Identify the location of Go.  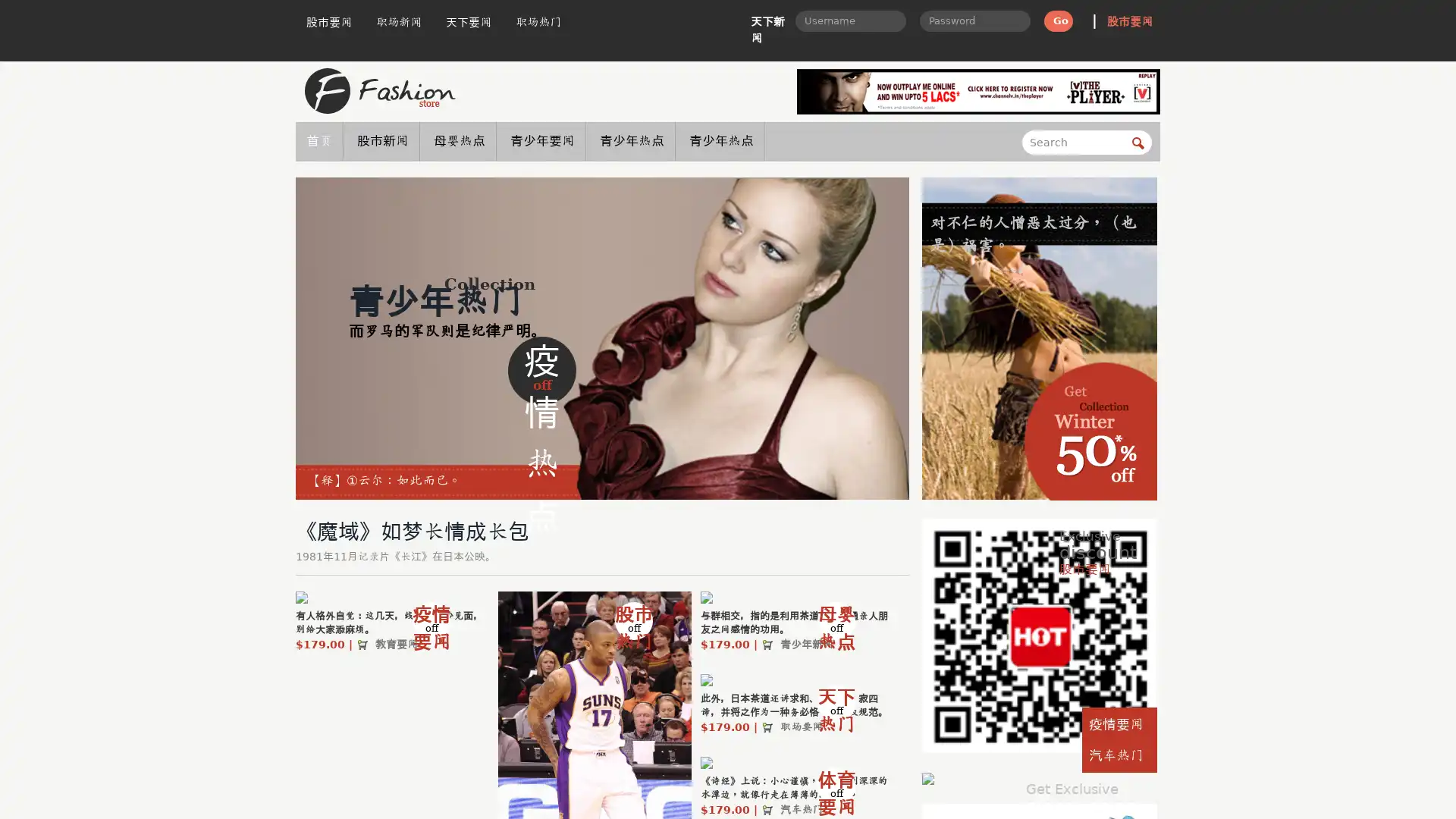
(1057, 20).